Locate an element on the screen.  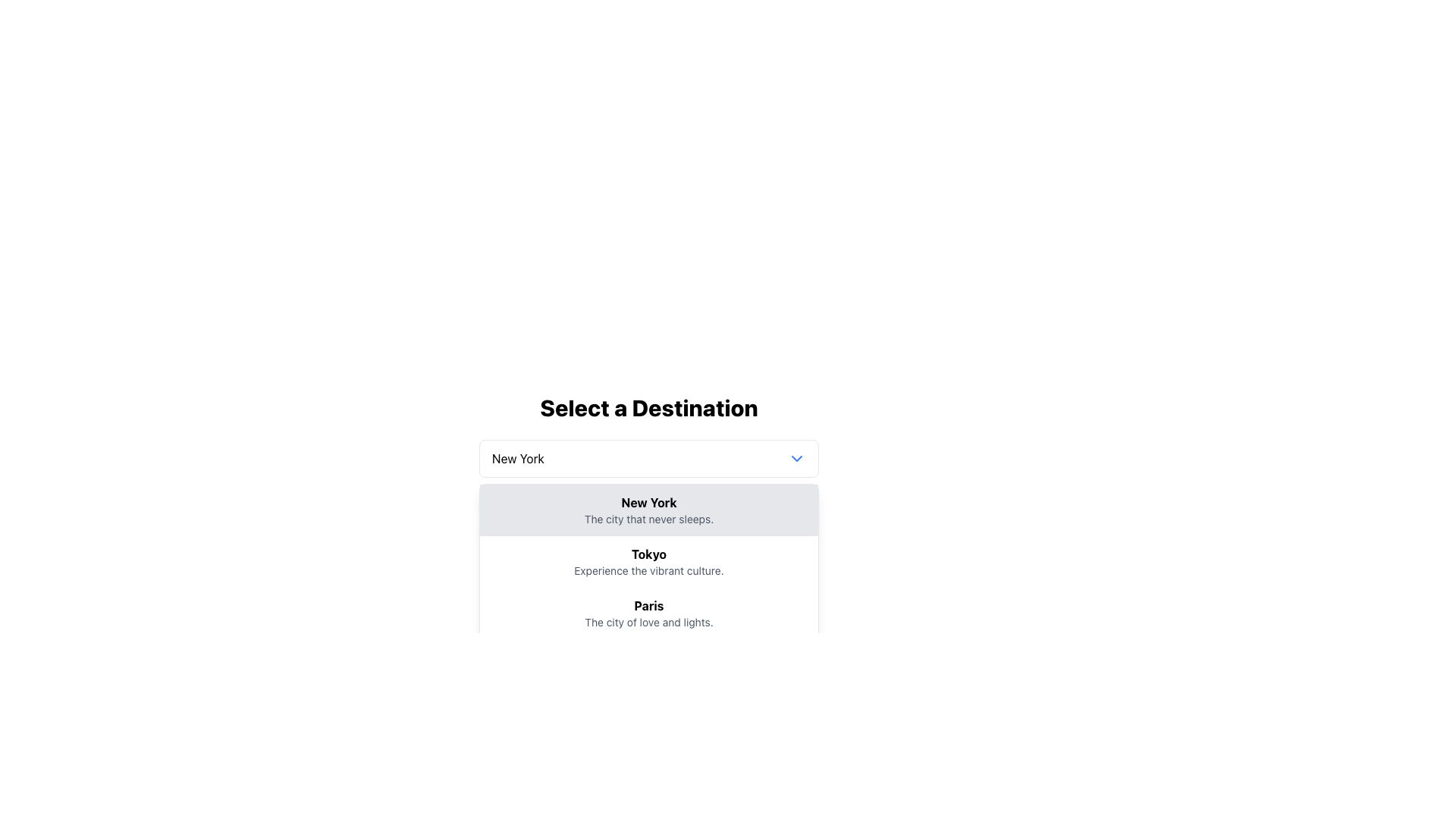
the Display Label that shows 'Selected: New York', which has a gray background and is located below the title 'Select a Destination' is located at coordinates (648, 516).